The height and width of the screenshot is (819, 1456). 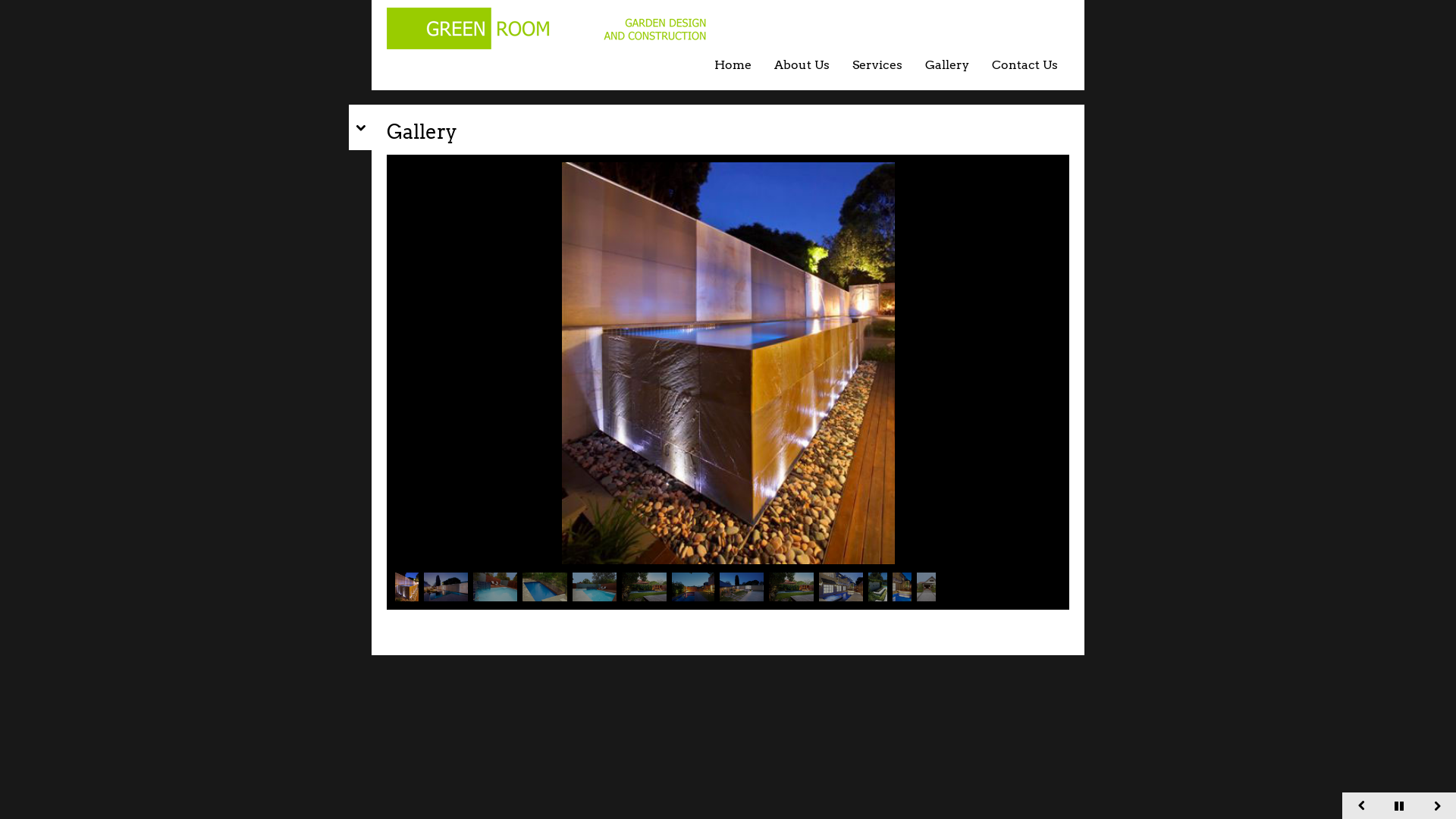 I want to click on 'Contact Us', so click(x=1025, y=64).